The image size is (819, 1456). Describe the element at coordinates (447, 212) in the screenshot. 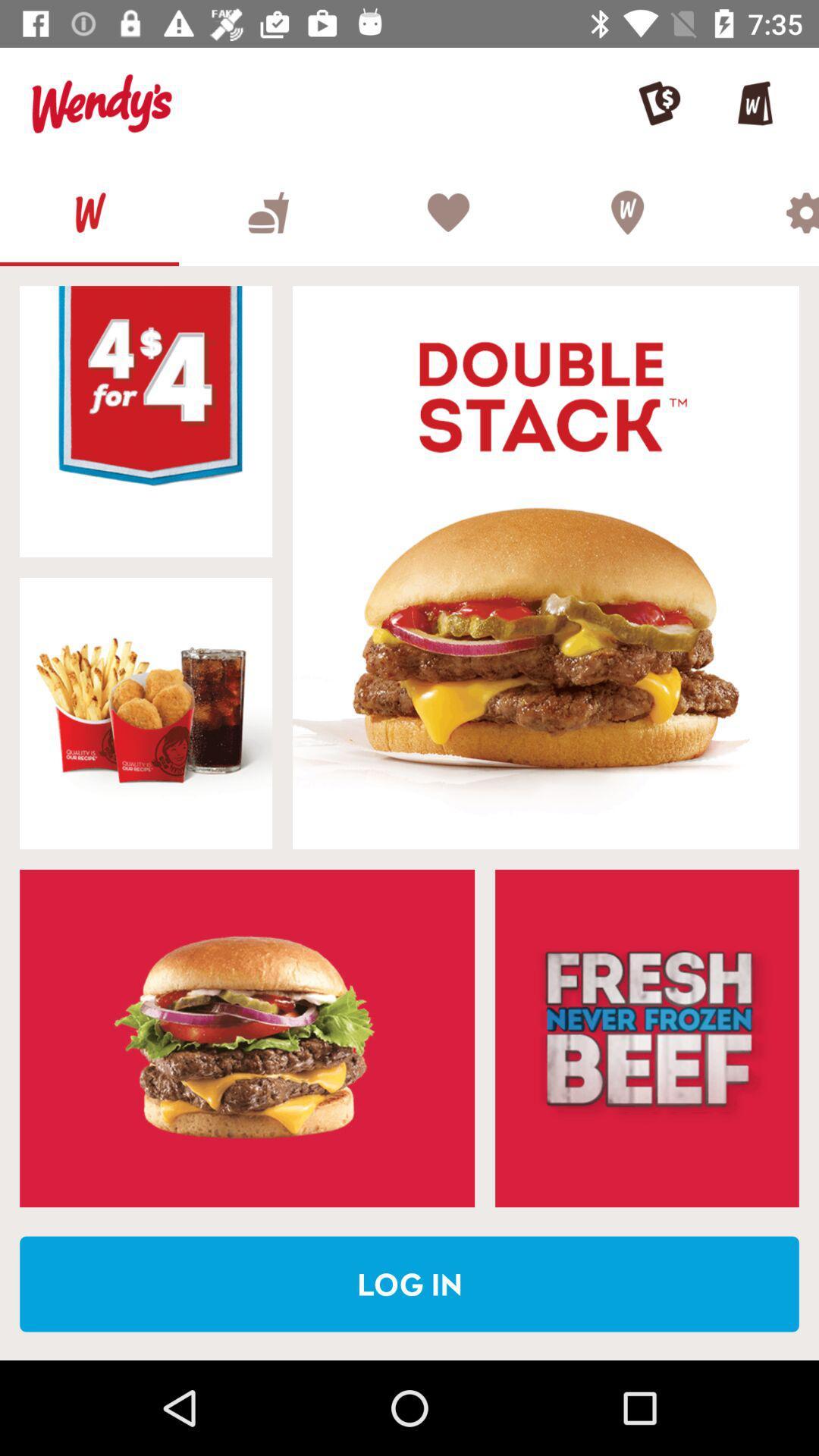

I see `favorites` at that location.